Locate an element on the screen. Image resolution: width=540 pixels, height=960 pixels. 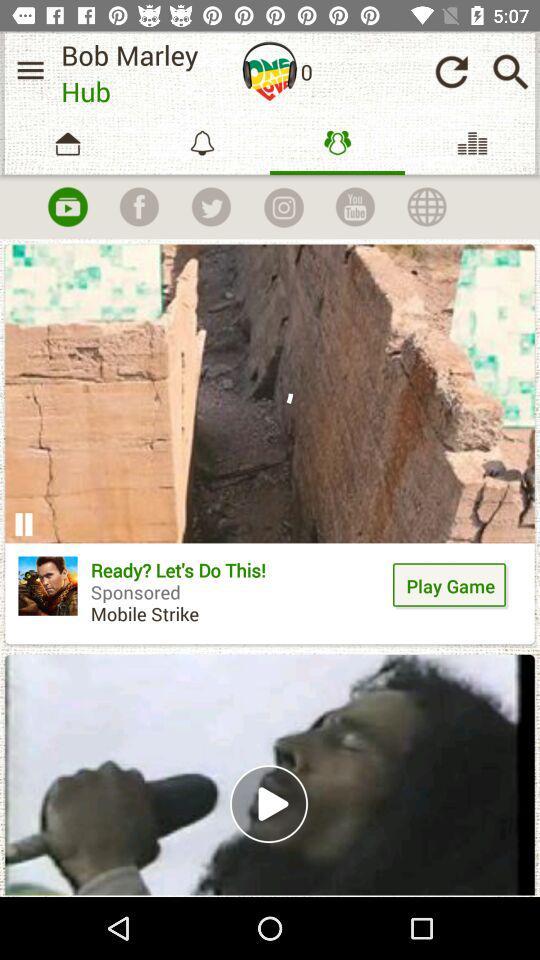
tap the youtube icon is located at coordinates (67, 206).